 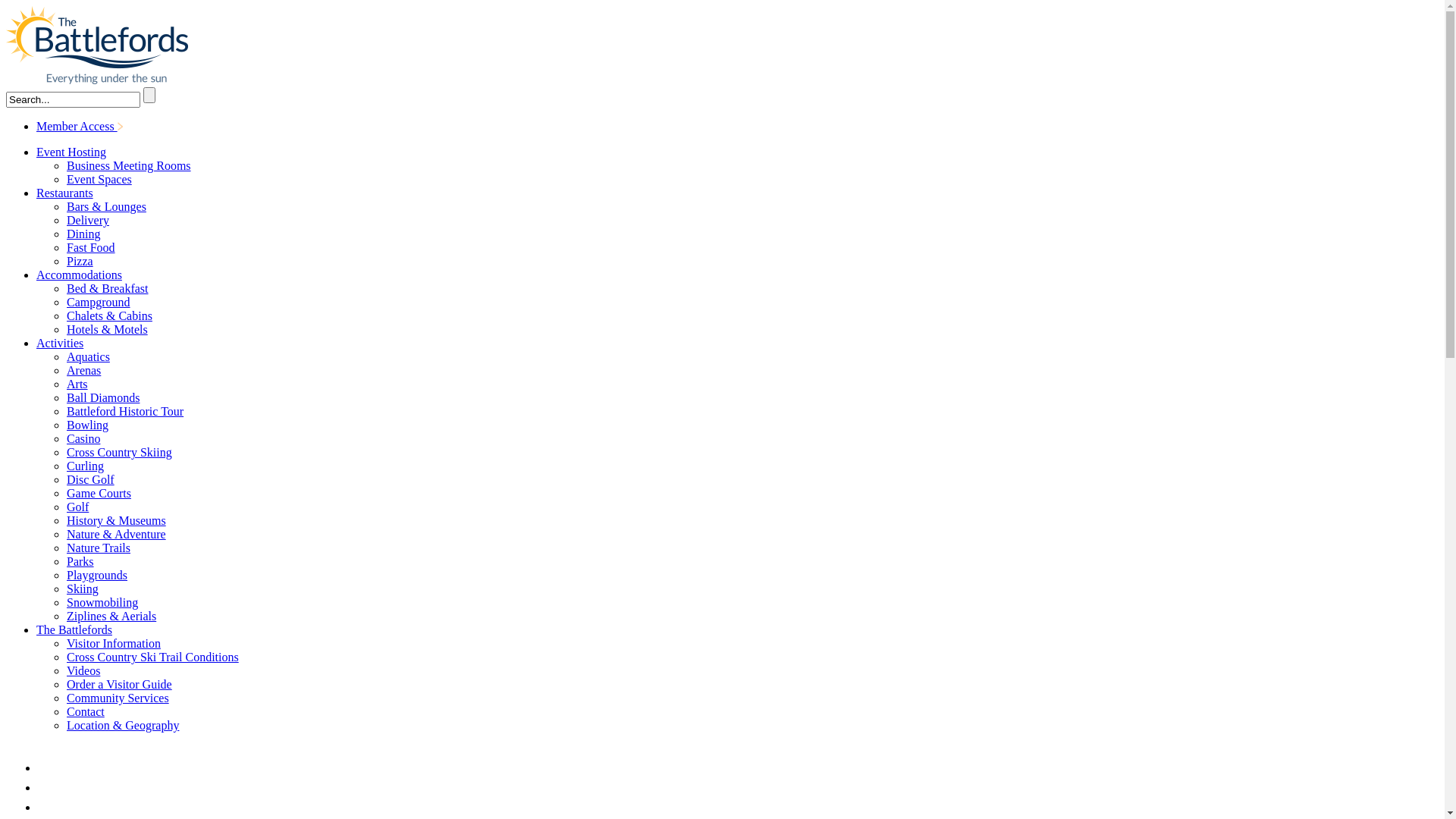 What do you see at coordinates (115, 519) in the screenshot?
I see `'History & Museums'` at bounding box center [115, 519].